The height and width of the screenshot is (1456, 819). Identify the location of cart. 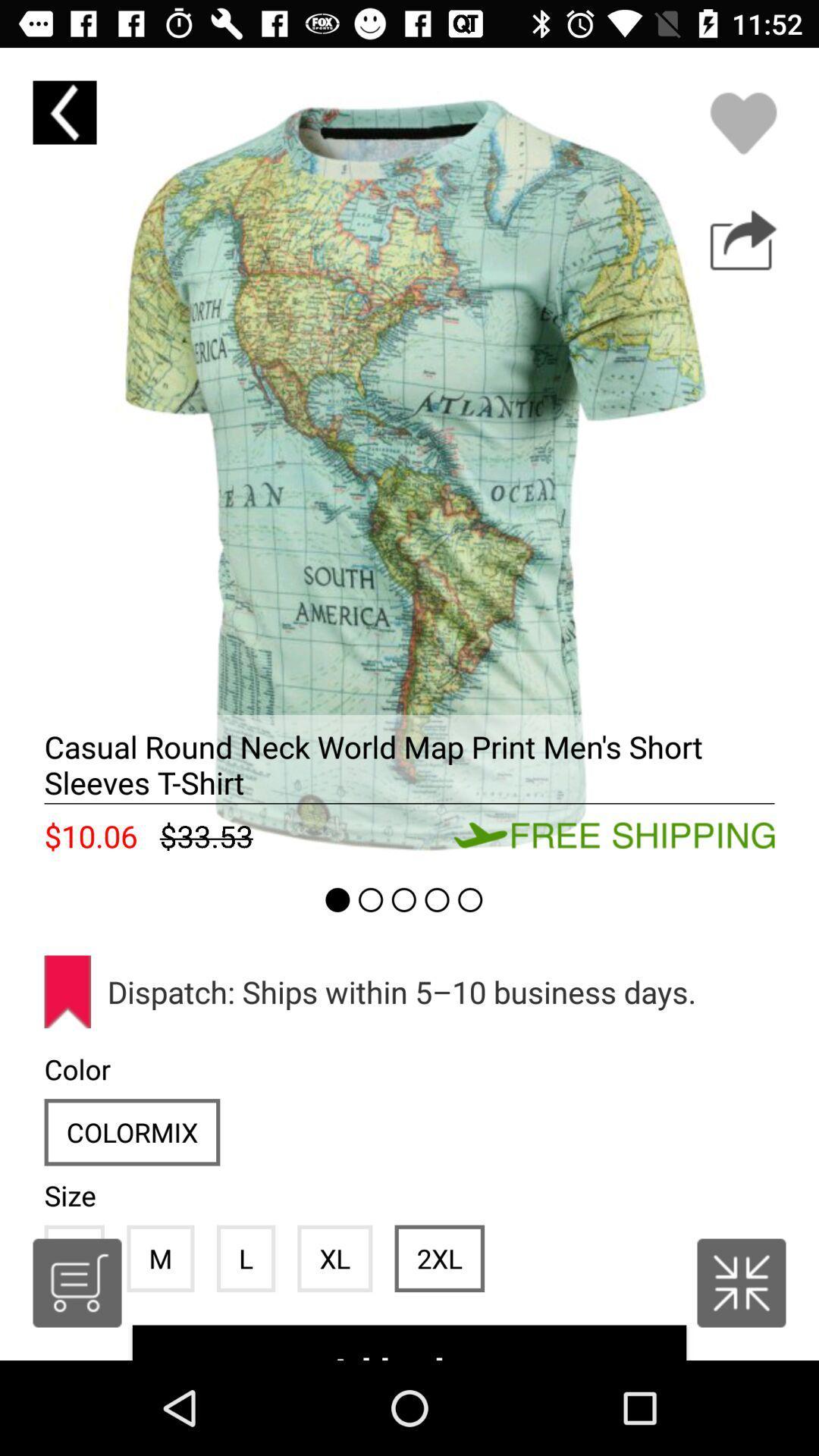
(77, 1282).